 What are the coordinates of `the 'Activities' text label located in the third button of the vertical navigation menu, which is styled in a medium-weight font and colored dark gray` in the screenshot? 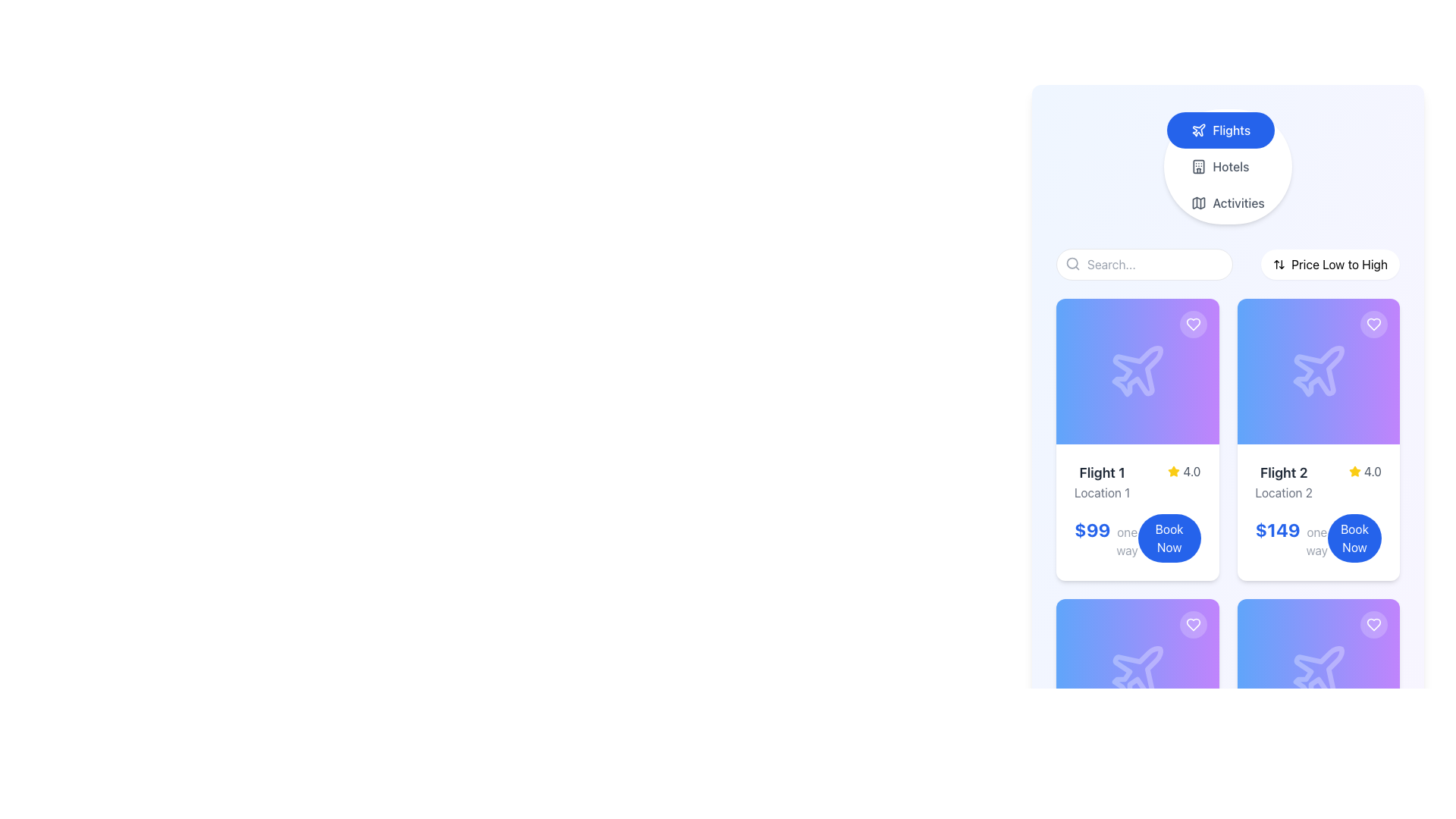 It's located at (1238, 202).